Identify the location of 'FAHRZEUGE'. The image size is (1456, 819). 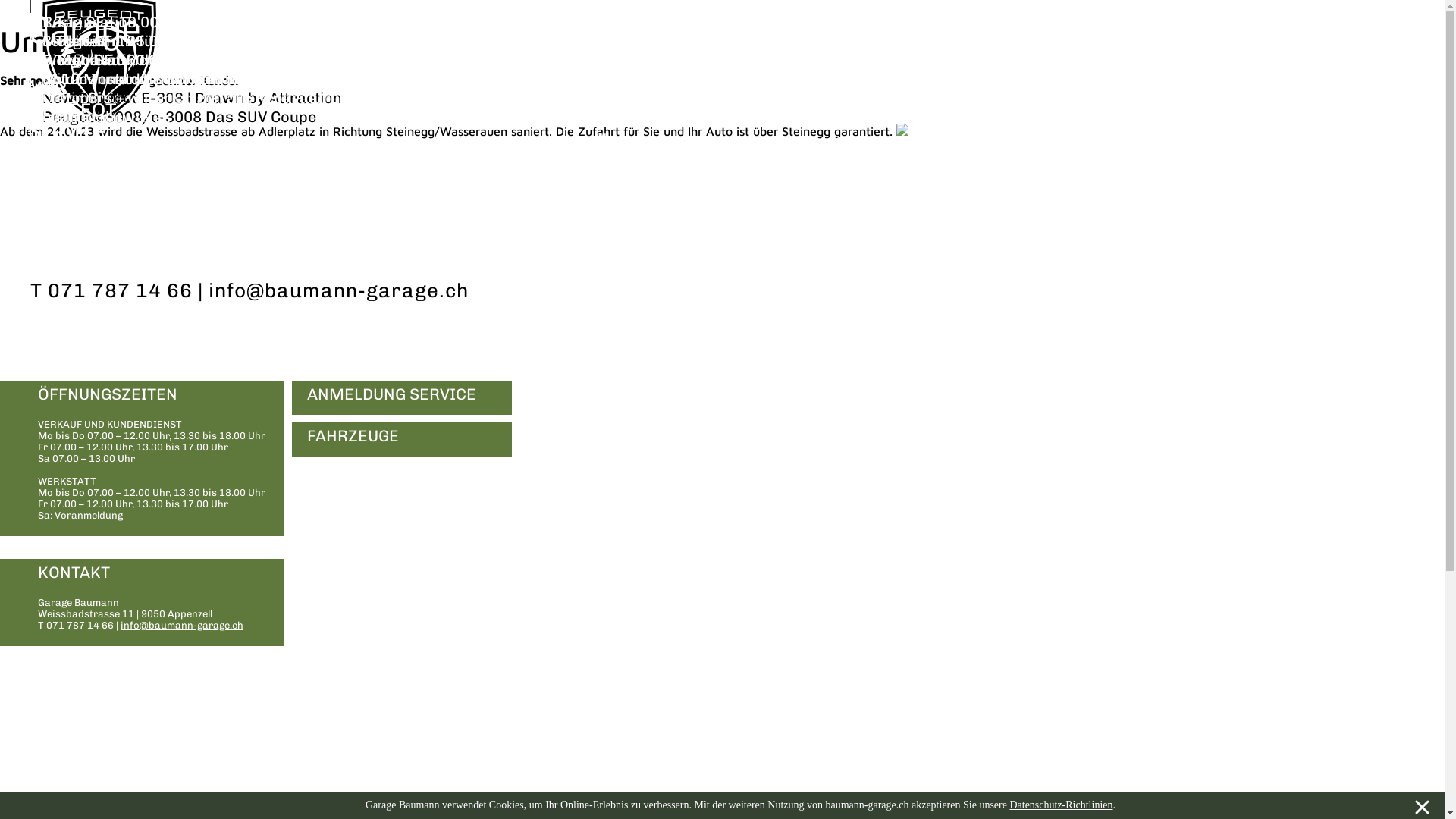
(291, 439).